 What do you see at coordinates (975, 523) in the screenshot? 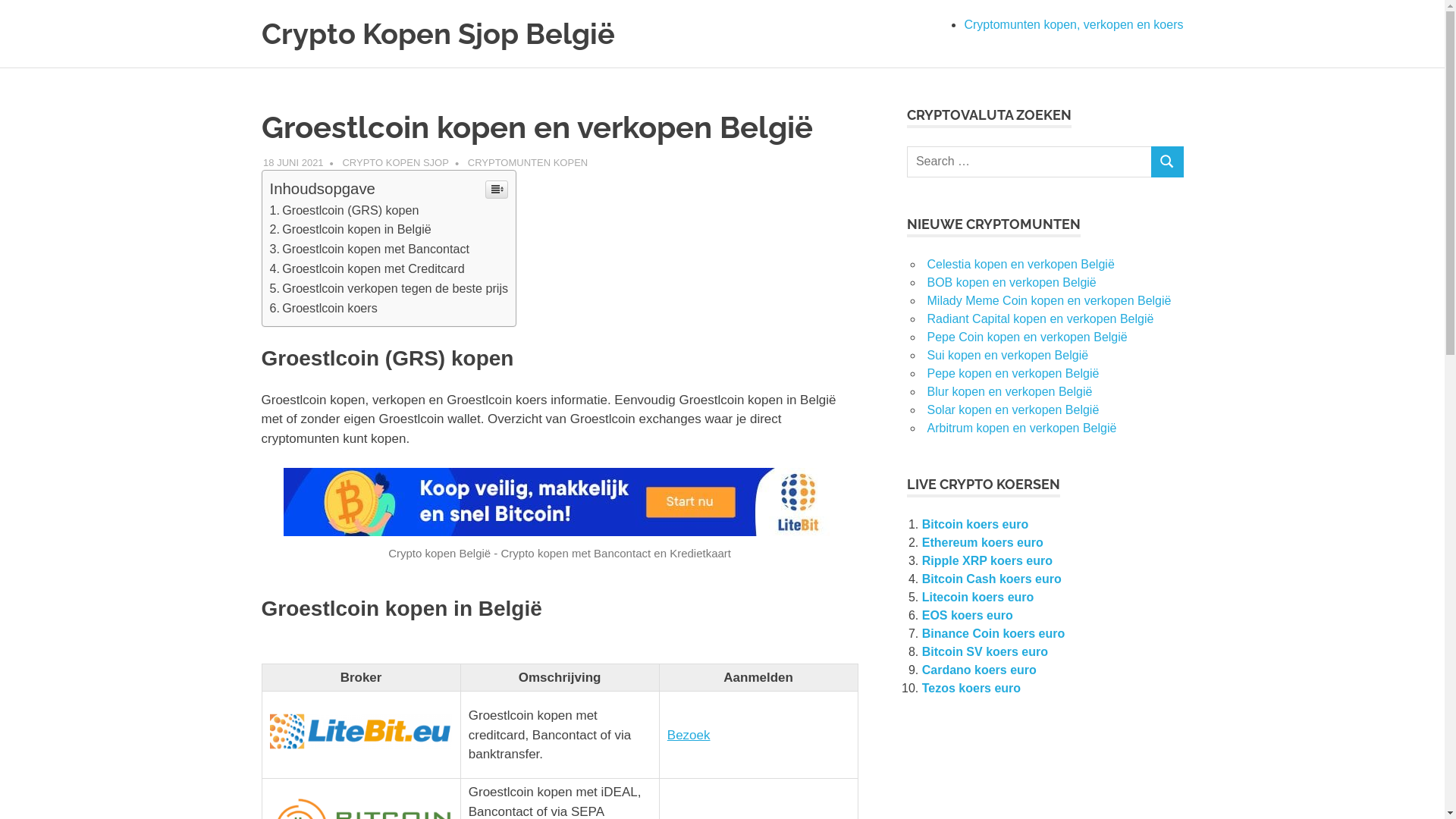
I see `'Bitcoin koers euro'` at bounding box center [975, 523].